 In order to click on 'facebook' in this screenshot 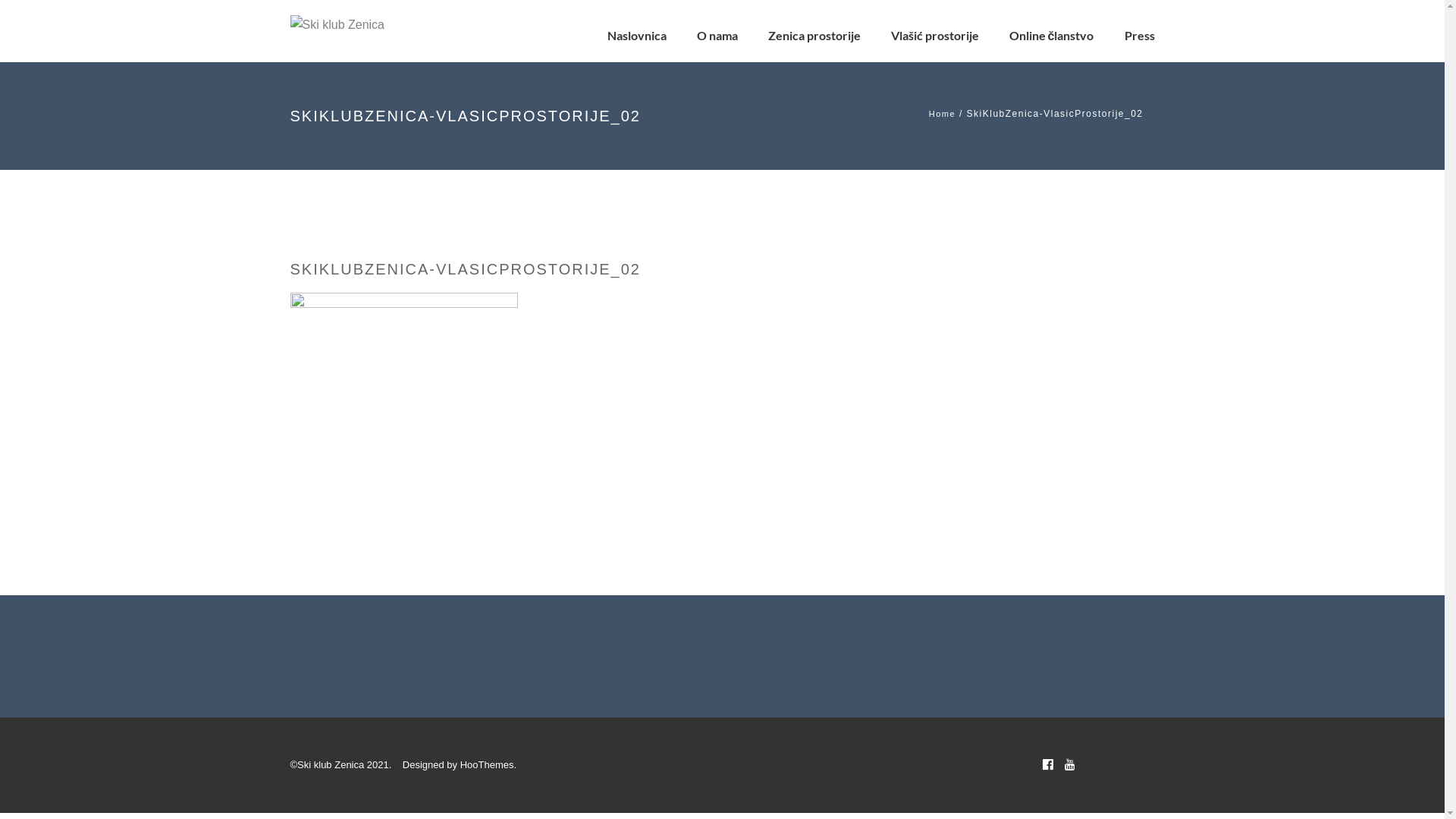, I will do `click(1046, 764)`.